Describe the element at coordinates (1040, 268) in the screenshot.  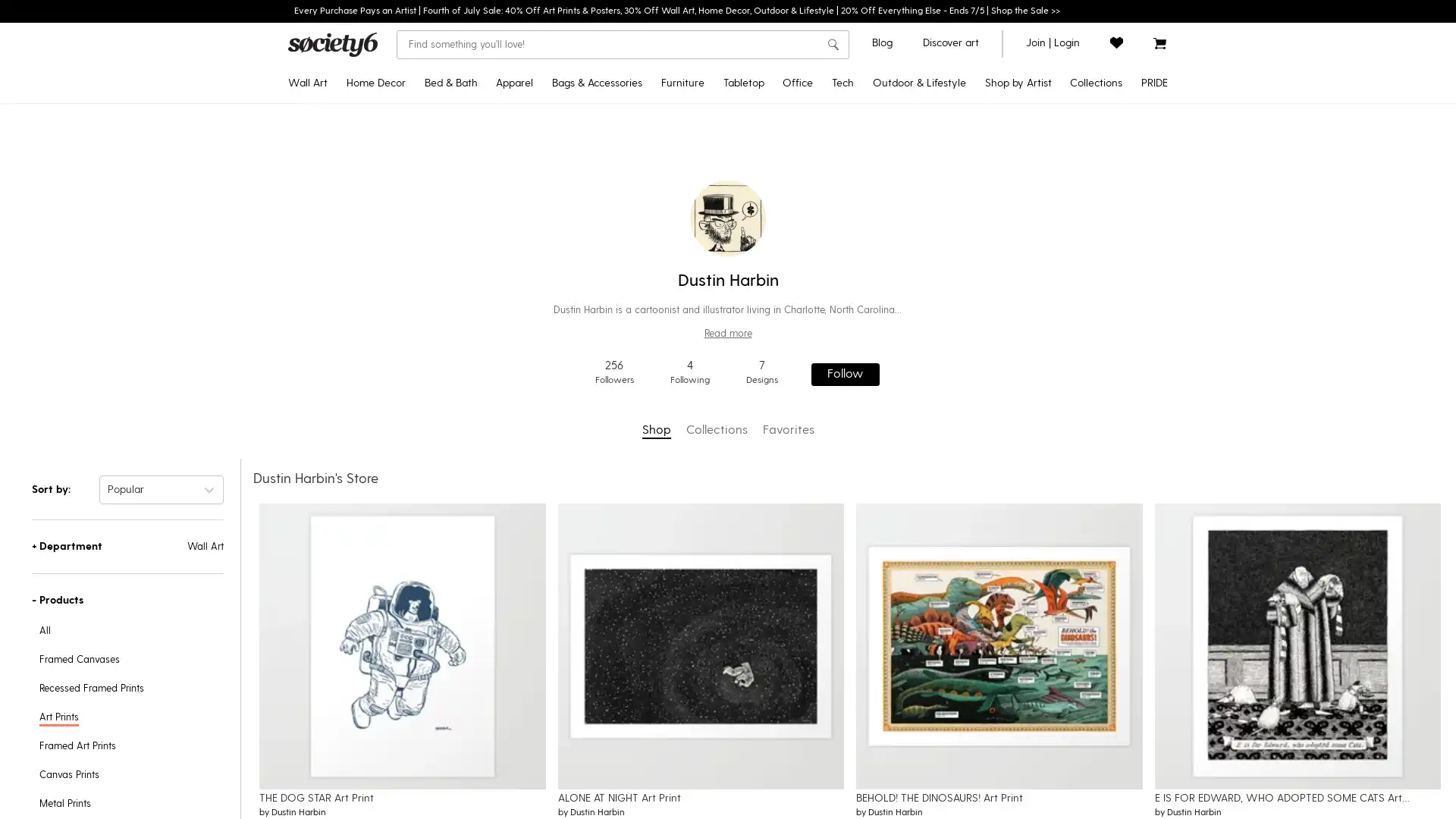
I see `Pantone Color of 2022` at that location.